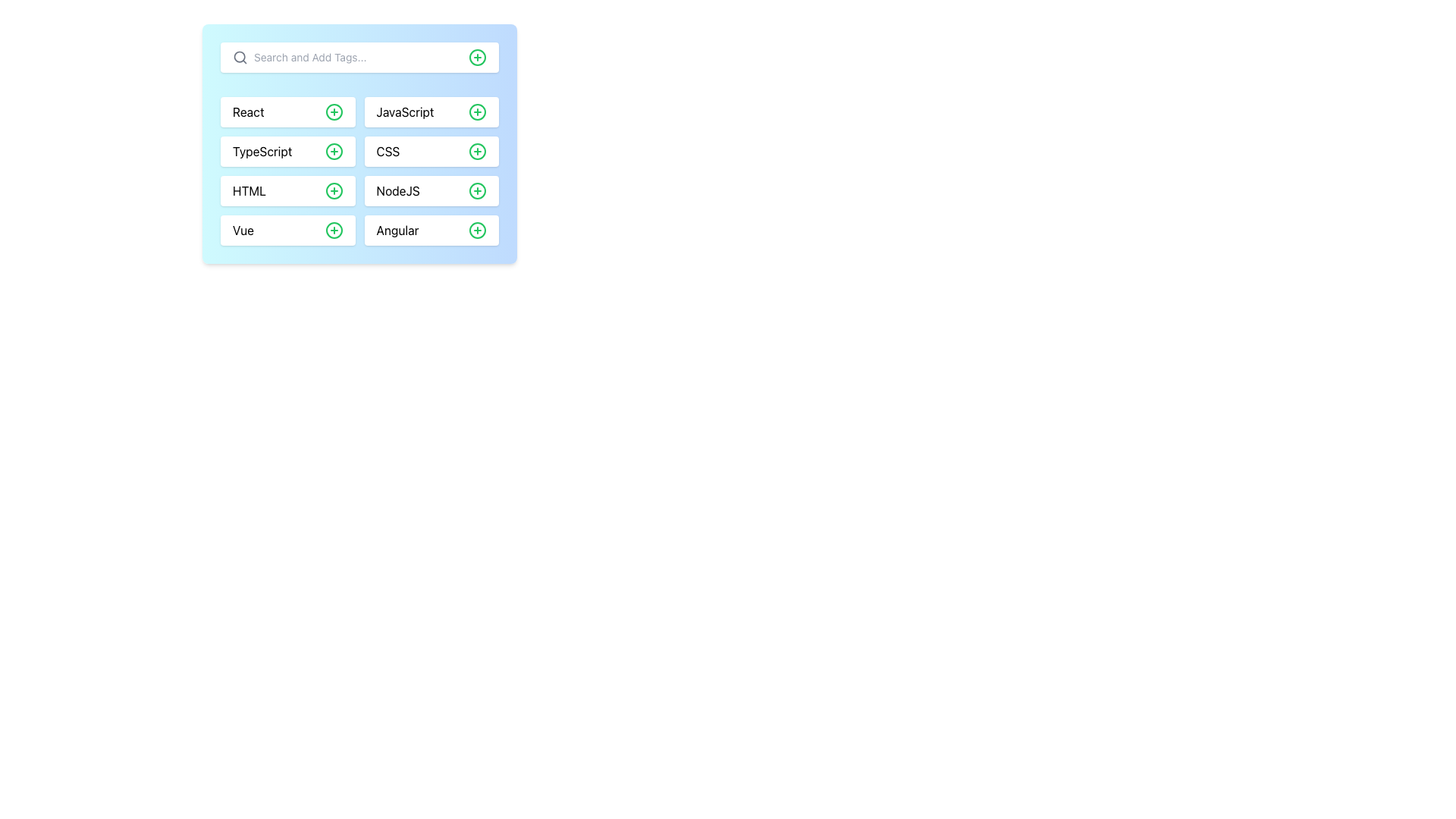 Image resolution: width=1456 pixels, height=819 pixels. What do you see at coordinates (476, 190) in the screenshot?
I see `the green circular button with a plus sign '+' located to the right of the 'NodeJS' text label` at bounding box center [476, 190].